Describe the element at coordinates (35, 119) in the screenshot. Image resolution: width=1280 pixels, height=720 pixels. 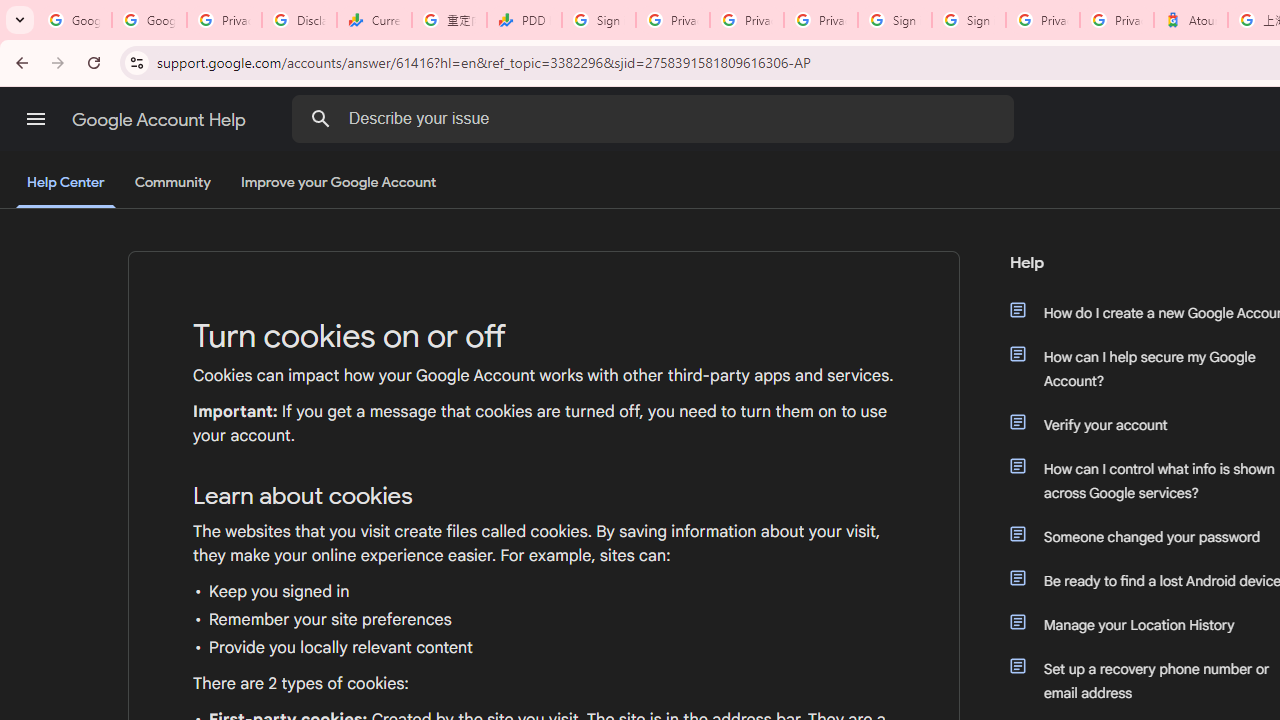
I see `'Main menu'` at that location.